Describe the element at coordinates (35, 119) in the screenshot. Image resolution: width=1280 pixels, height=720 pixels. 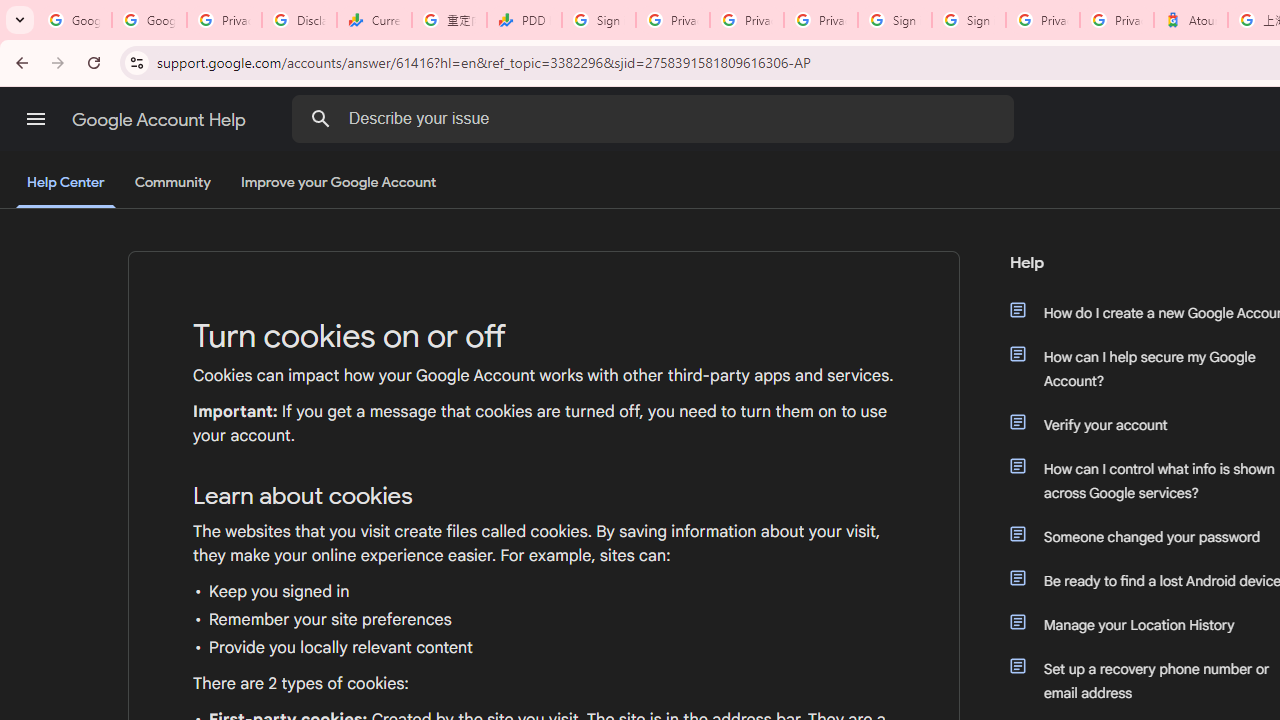
I see `'Main menu'` at that location.